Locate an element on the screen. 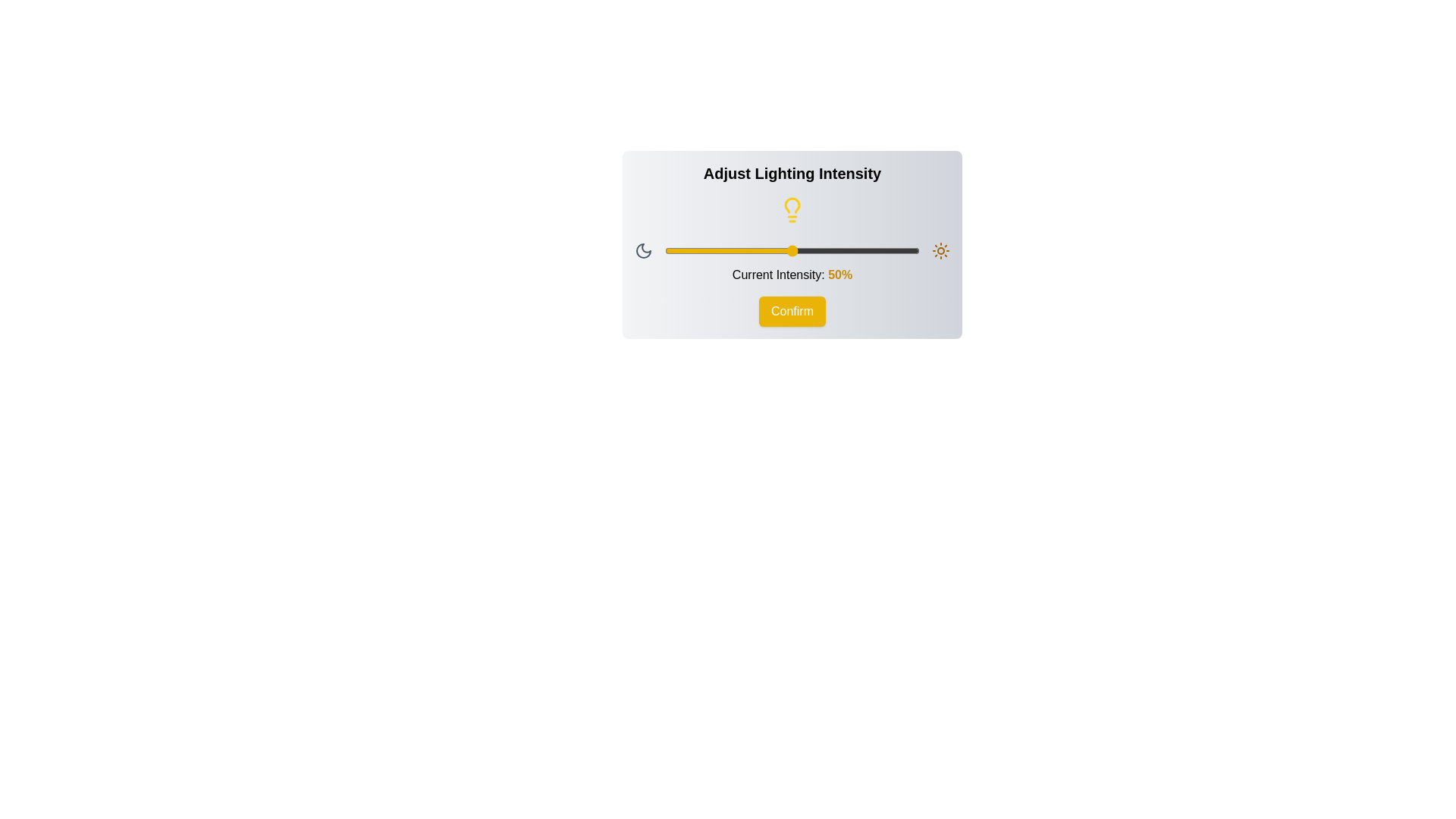  the lighting intensity to 95% using the slider is located at coordinates (907, 250).